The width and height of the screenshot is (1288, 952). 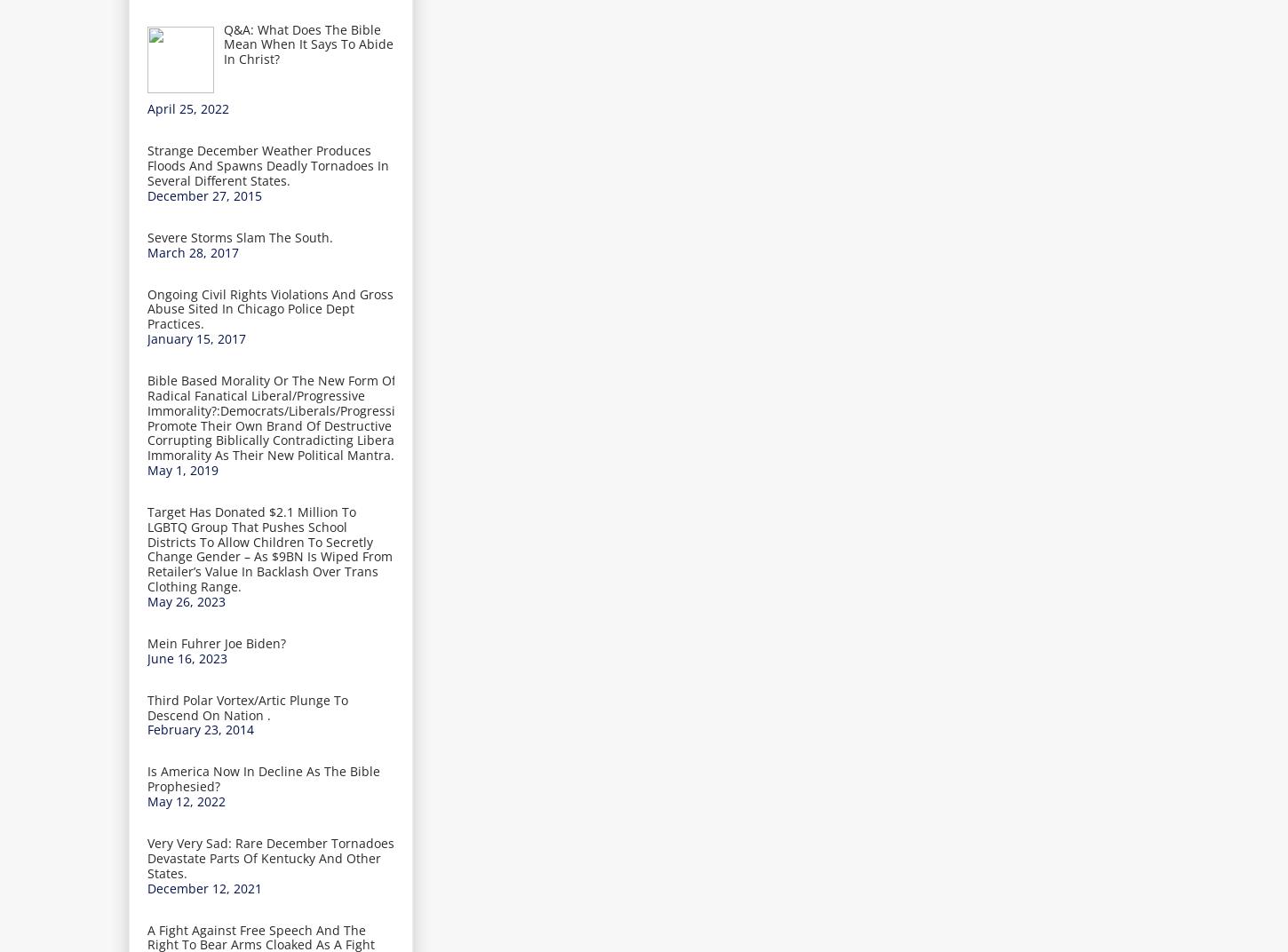 What do you see at coordinates (200, 728) in the screenshot?
I see `'February 23, 2014'` at bounding box center [200, 728].